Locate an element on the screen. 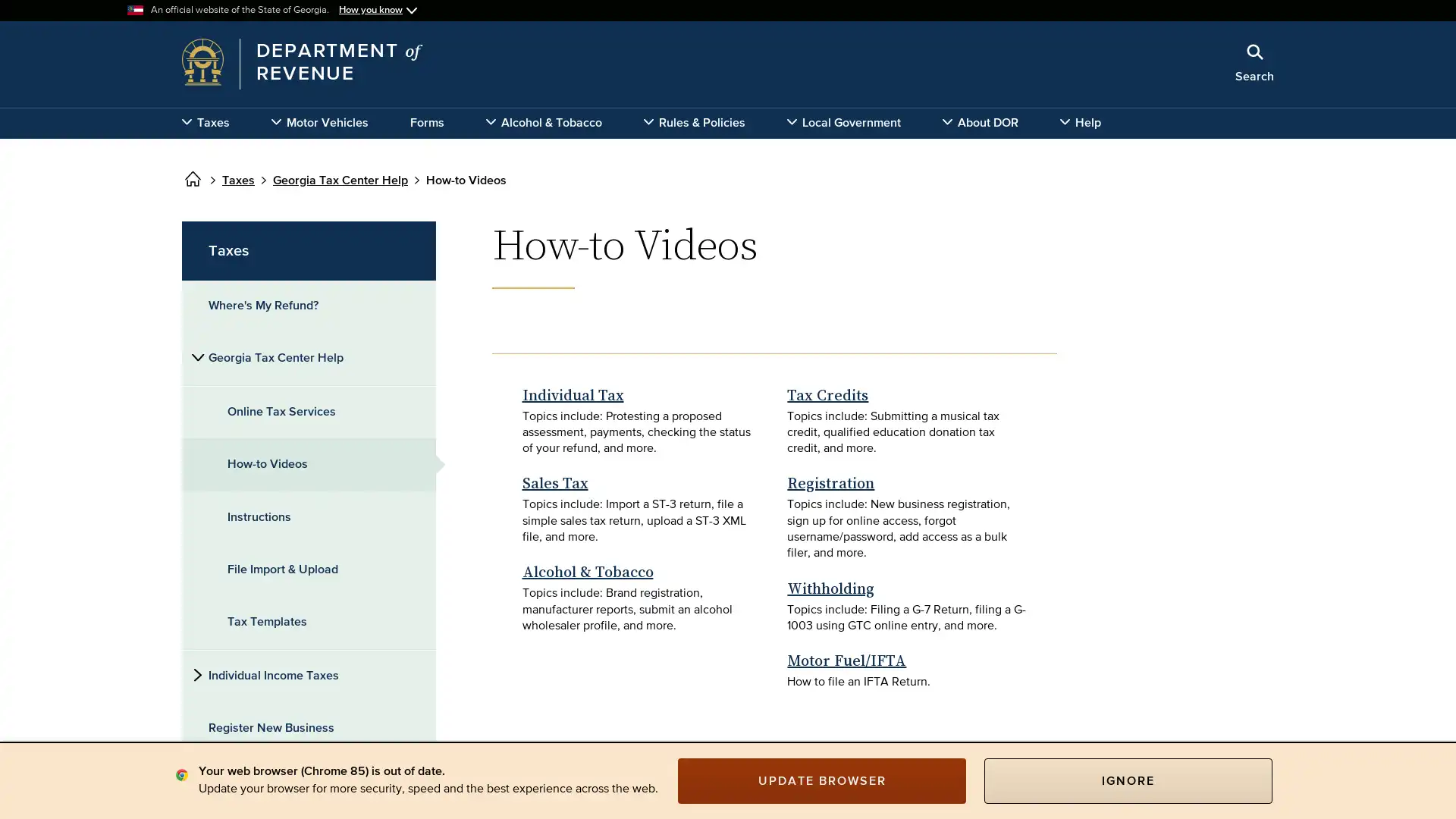  Side subnavigation toggle for 'Individual Income Taxes' is located at coordinates (196, 676).